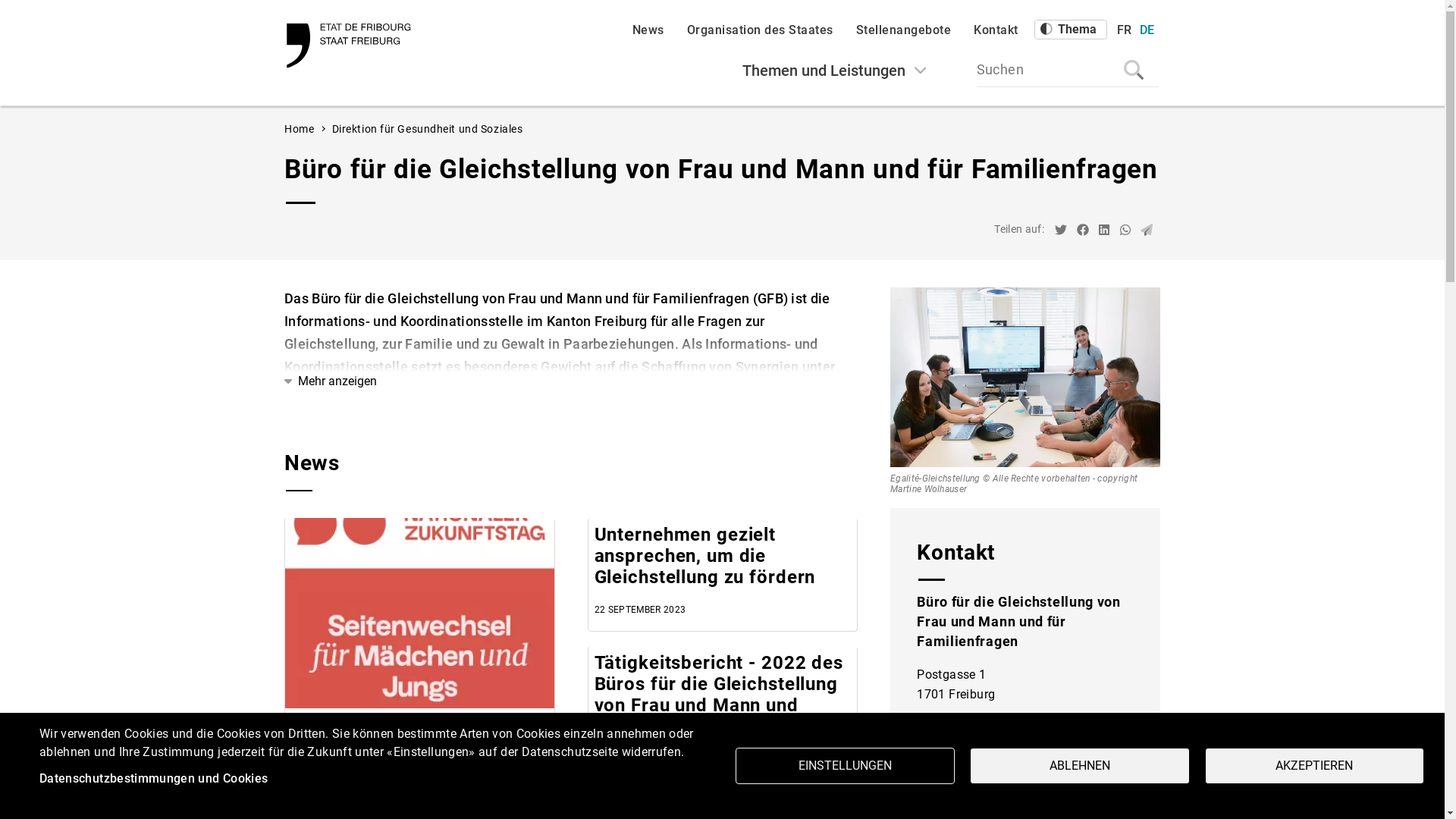 The image size is (1456, 819). Describe the element at coordinates (996, 30) in the screenshot. I see `'Kontakt'` at that location.